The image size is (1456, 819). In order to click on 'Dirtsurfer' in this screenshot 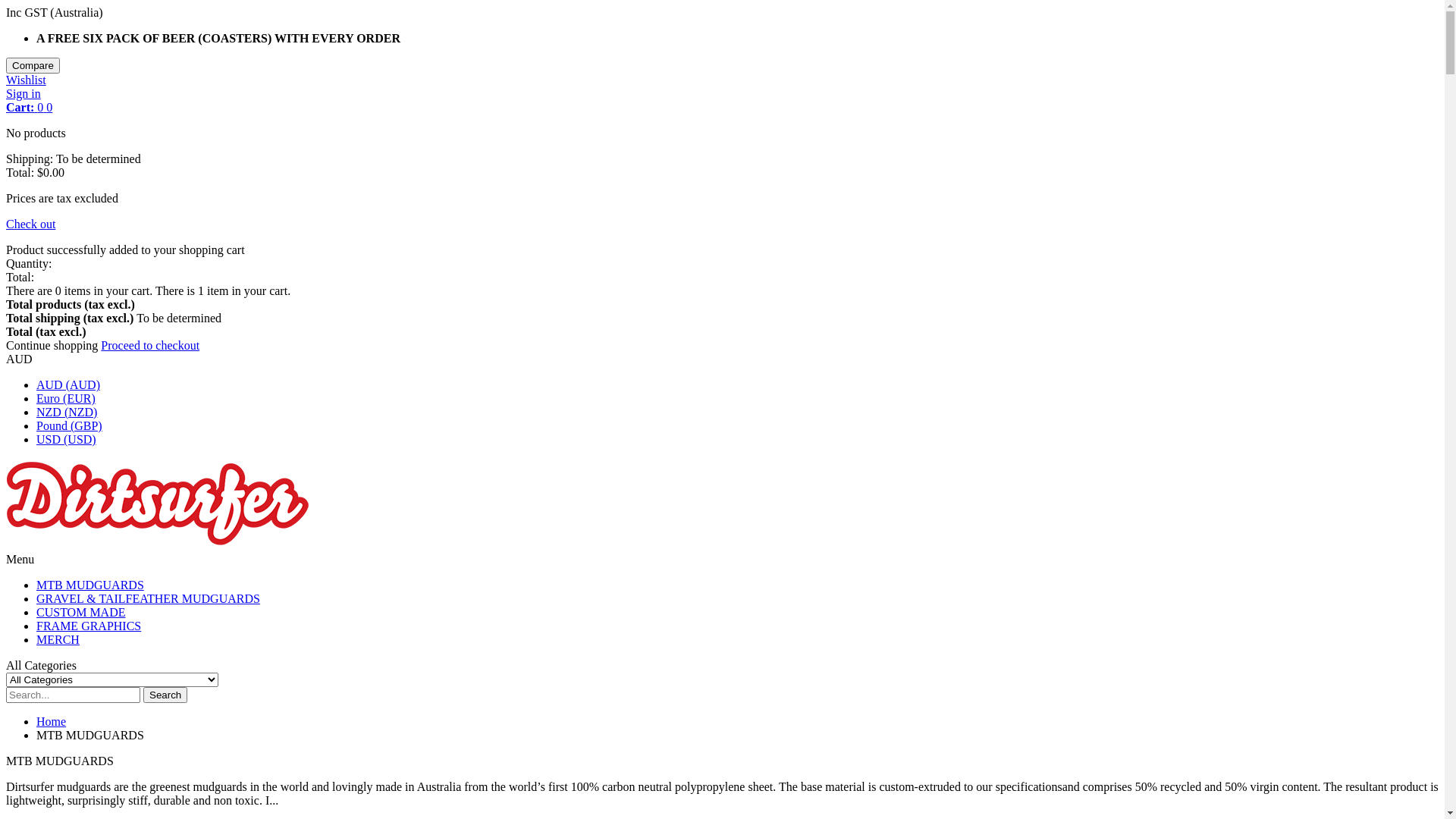, I will do `click(157, 544)`.